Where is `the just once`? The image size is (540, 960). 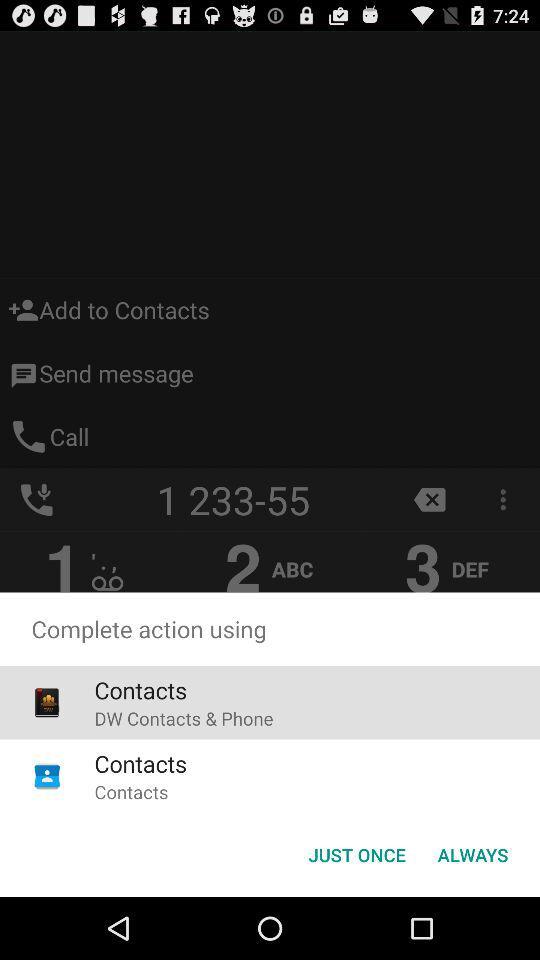
the just once is located at coordinates (356, 853).